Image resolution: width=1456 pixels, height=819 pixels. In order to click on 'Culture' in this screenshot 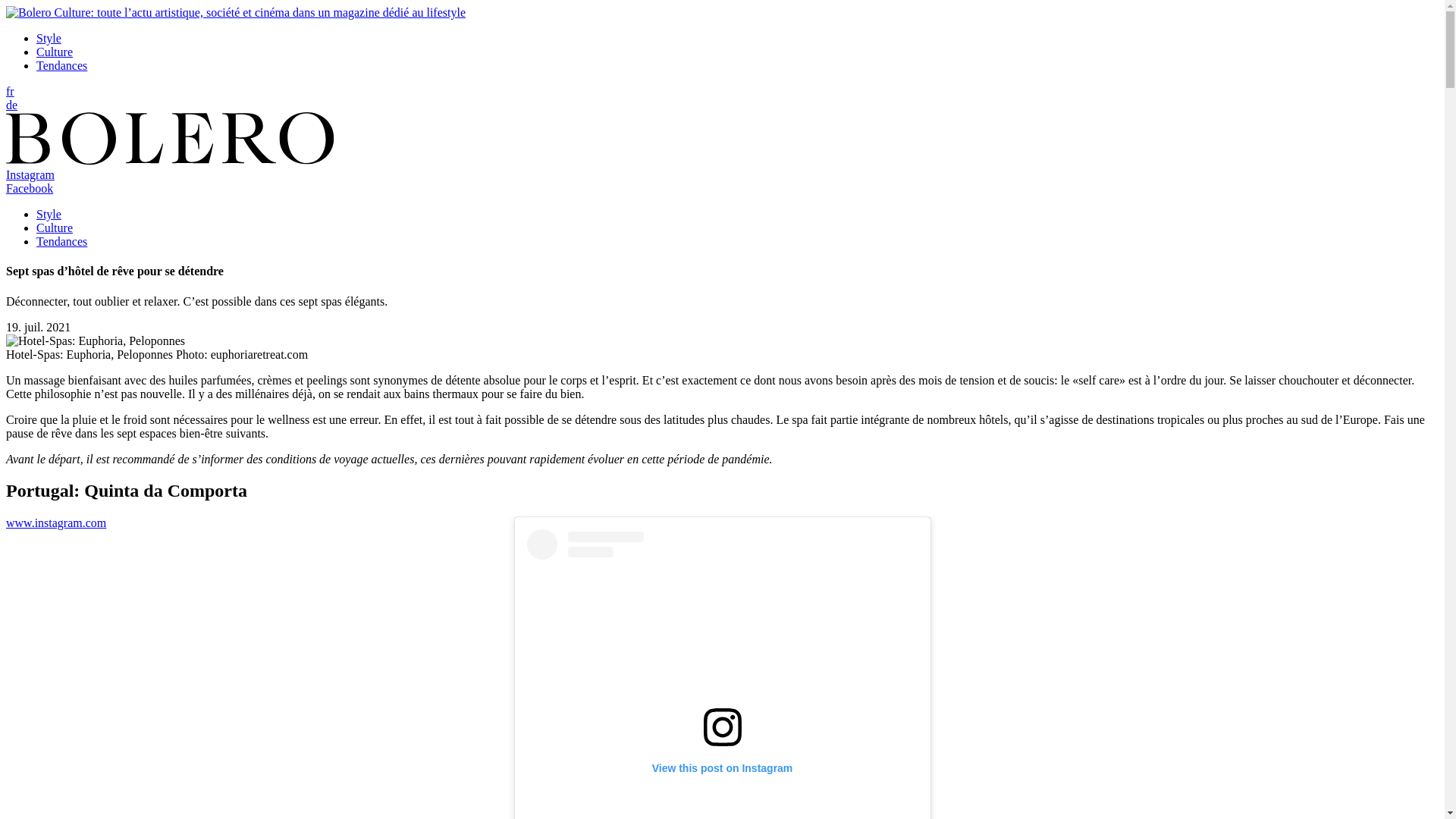, I will do `click(55, 51)`.